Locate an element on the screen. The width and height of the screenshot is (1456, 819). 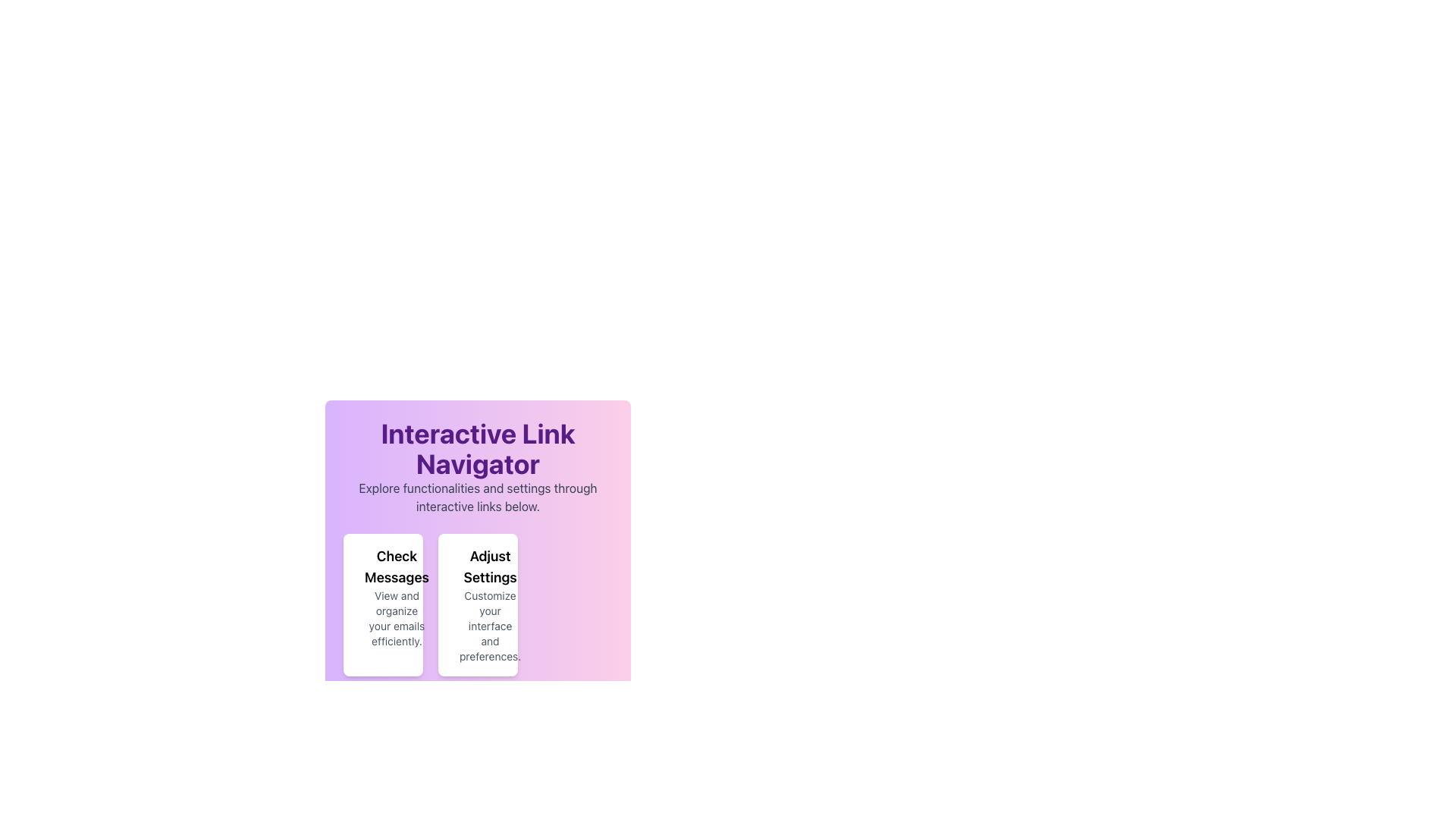
the text label that says 'Customize your interface and preferences.' located under the 'Adjust Settings' heading in the settings block is located at coordinates (490, 626).